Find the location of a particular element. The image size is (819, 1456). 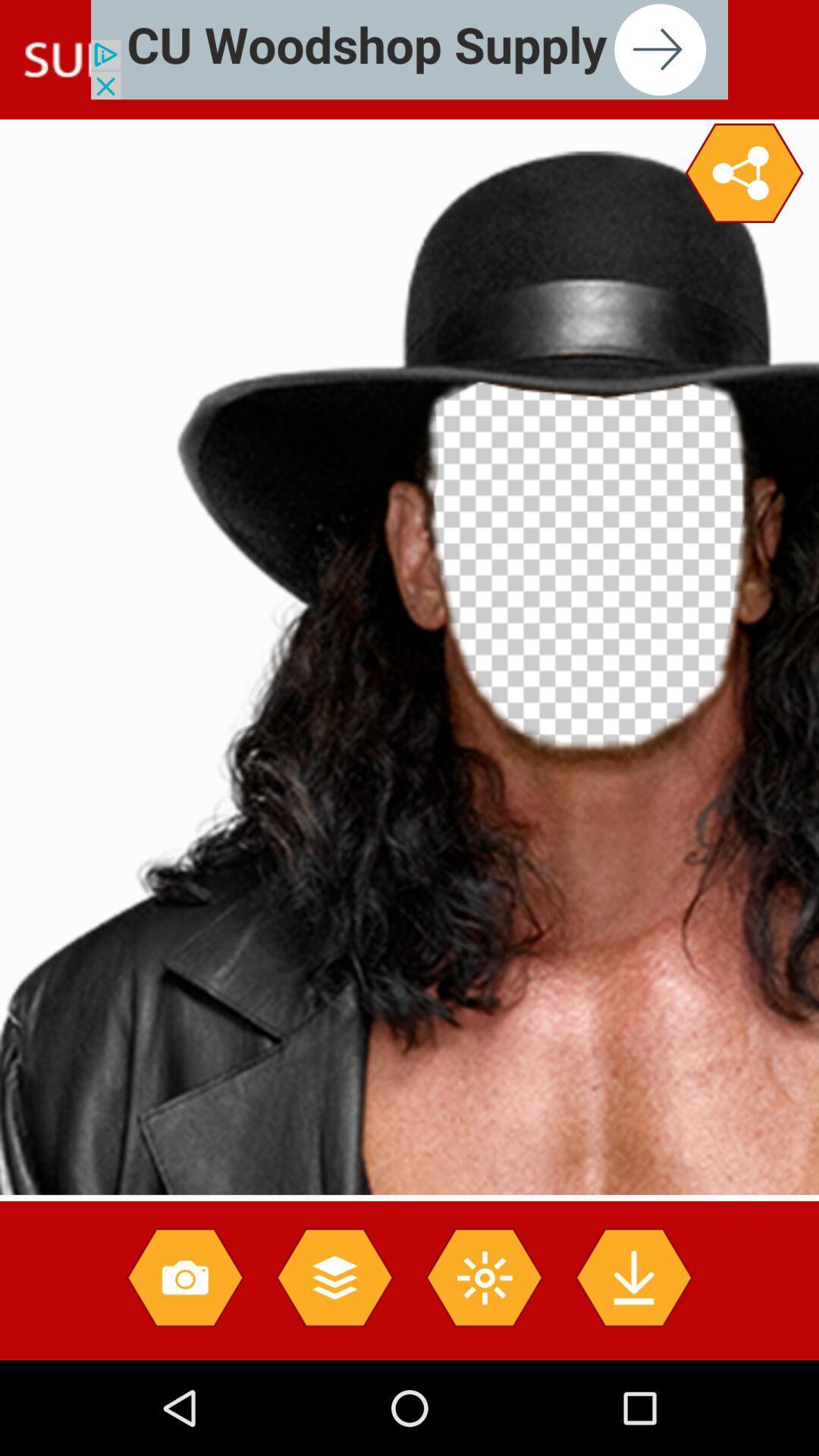

the share icon is located at coordinates (743, 173).